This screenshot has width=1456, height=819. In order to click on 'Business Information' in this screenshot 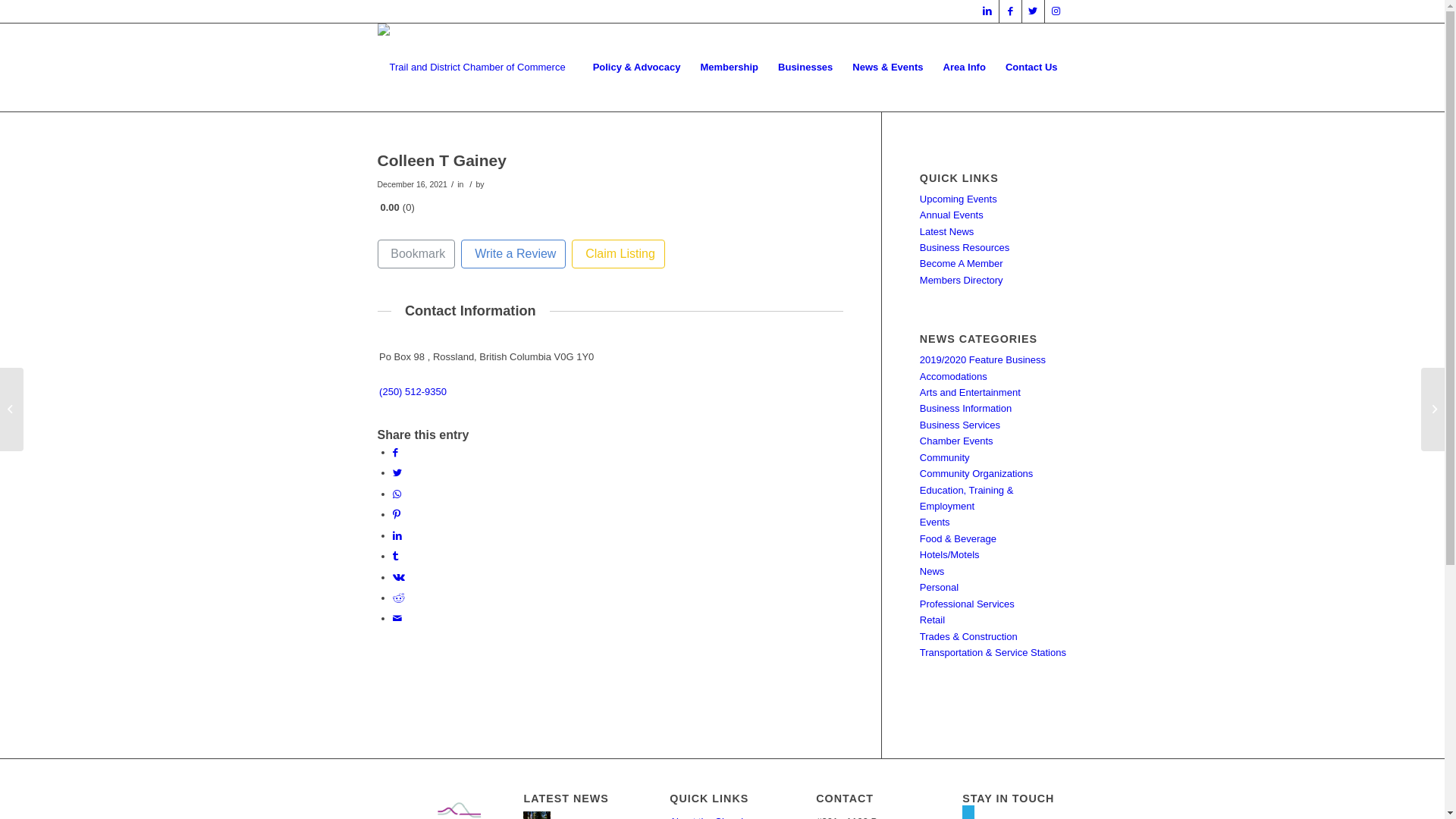, I will do `click(965, 407)`.